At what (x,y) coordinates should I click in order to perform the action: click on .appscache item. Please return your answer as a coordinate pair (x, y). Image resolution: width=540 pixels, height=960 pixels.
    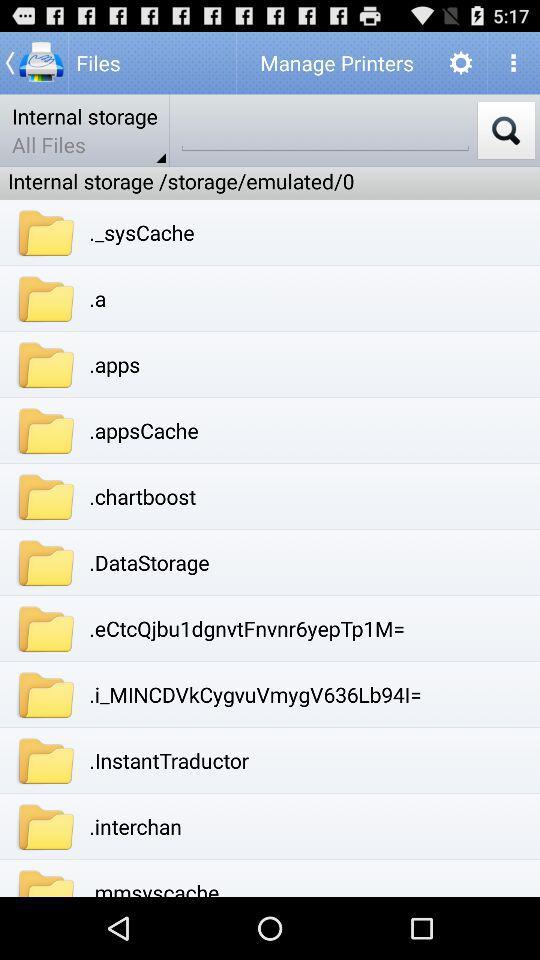
    Looking at the image, I should click on (143, 430).